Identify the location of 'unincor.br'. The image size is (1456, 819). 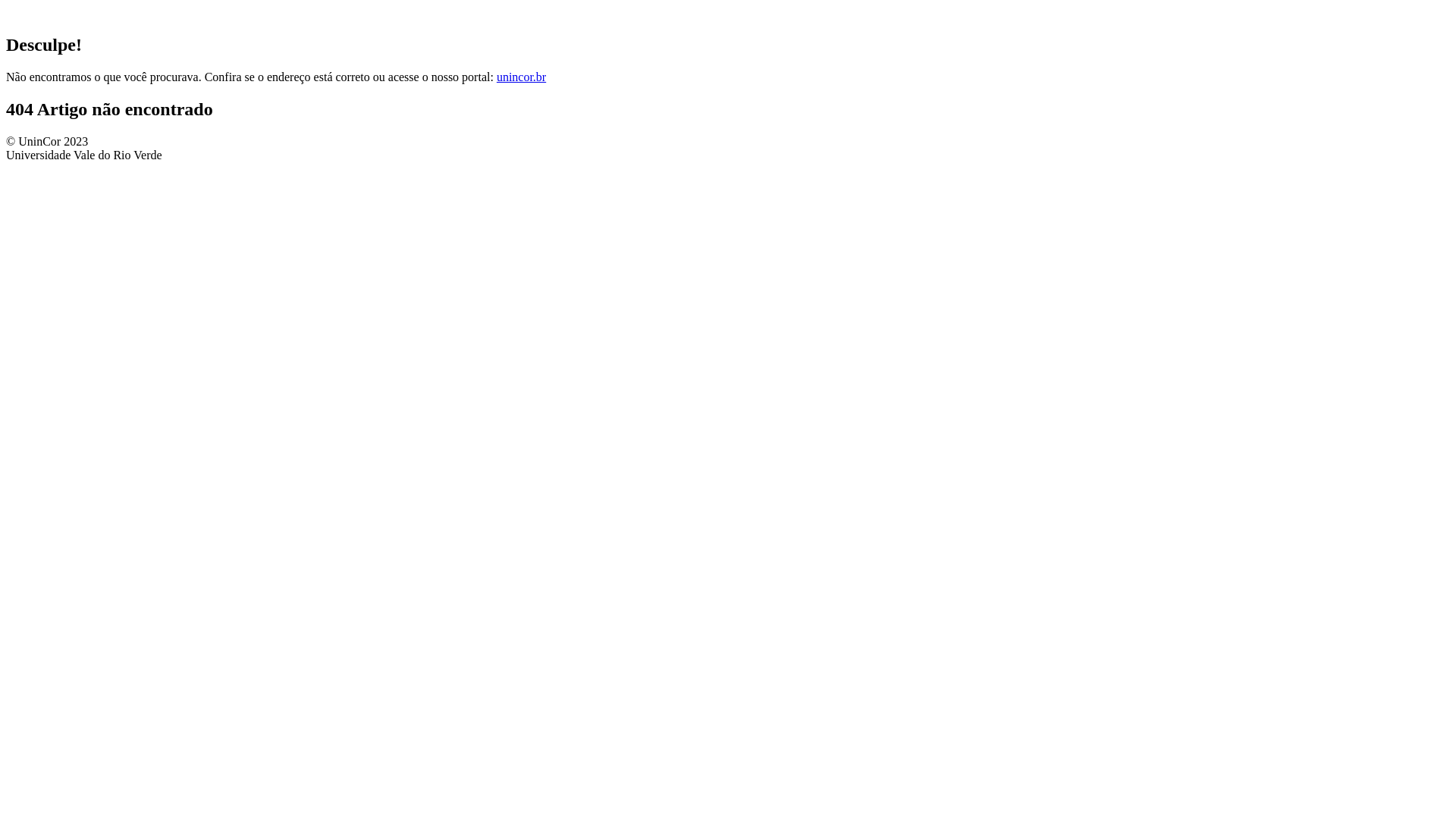
(521, 77).